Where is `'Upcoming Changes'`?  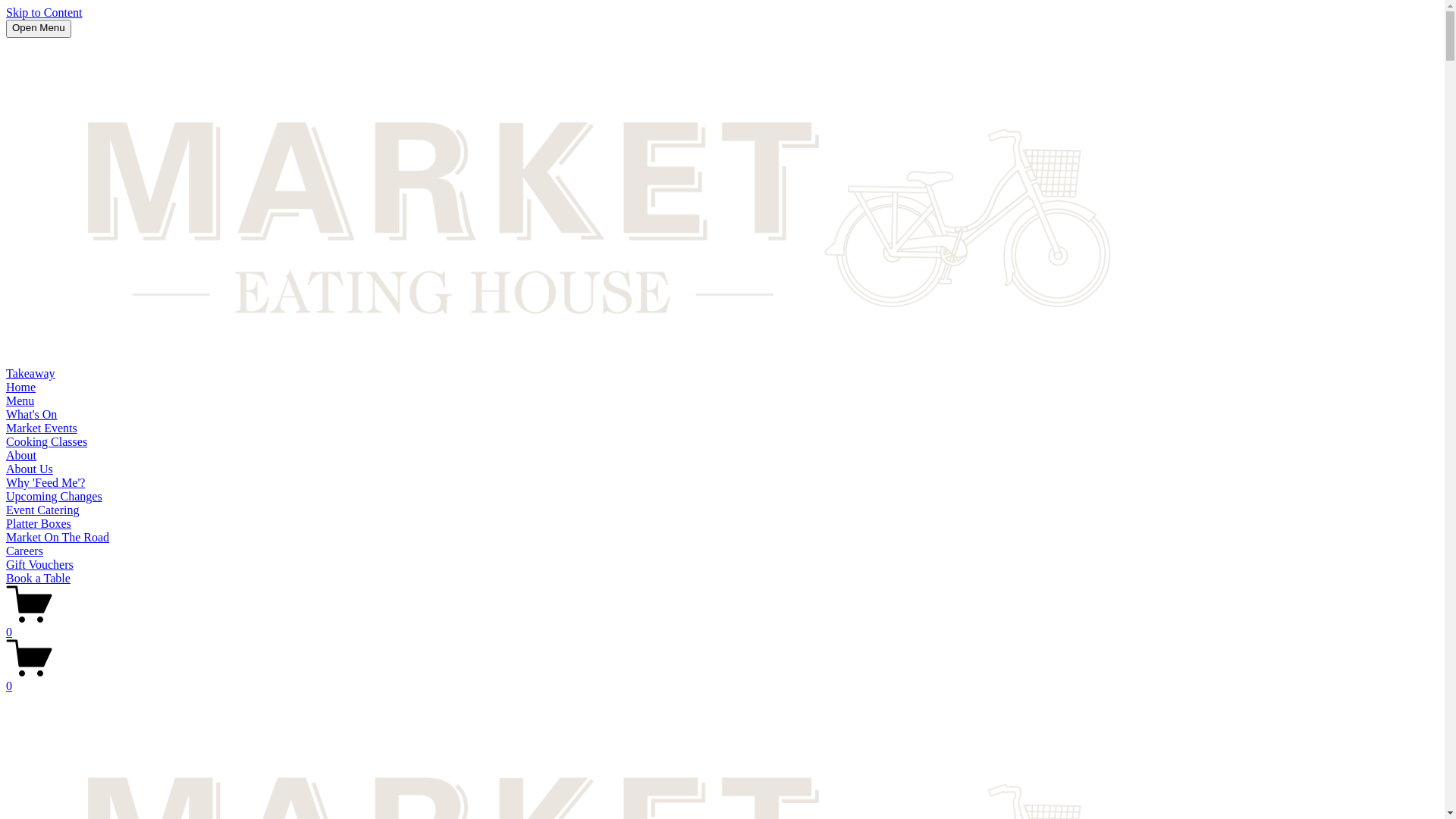 'Upcoming Changes' is located at coordinates (6, 496).